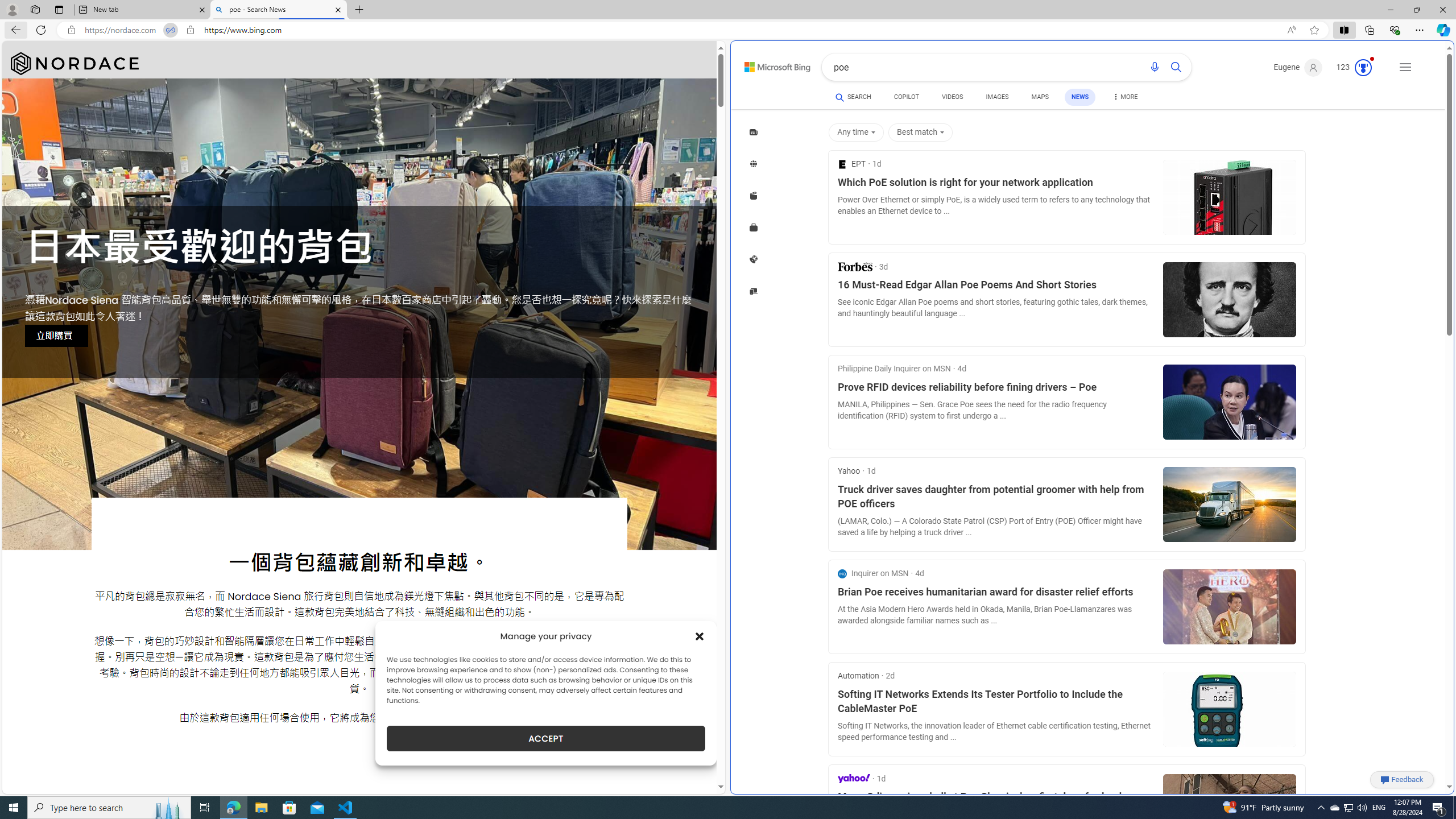 The image size is (1456, 819). I want to click on 'Best match', so click(922, 133).